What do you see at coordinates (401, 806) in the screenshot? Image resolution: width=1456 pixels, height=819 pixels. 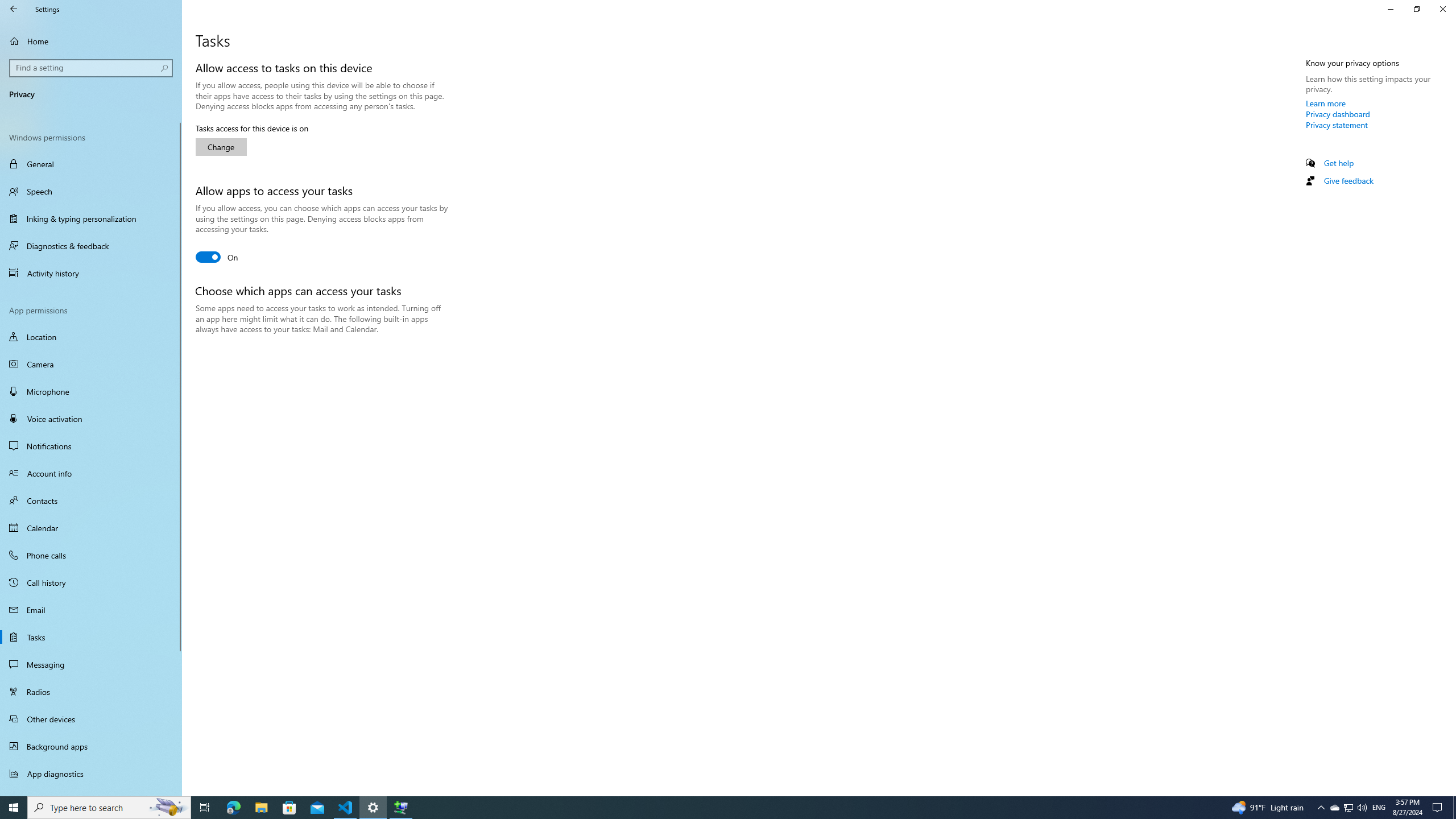 I see `'Extensible Wizards Host Process - 1 running window'` at bounding box center [401, 806].